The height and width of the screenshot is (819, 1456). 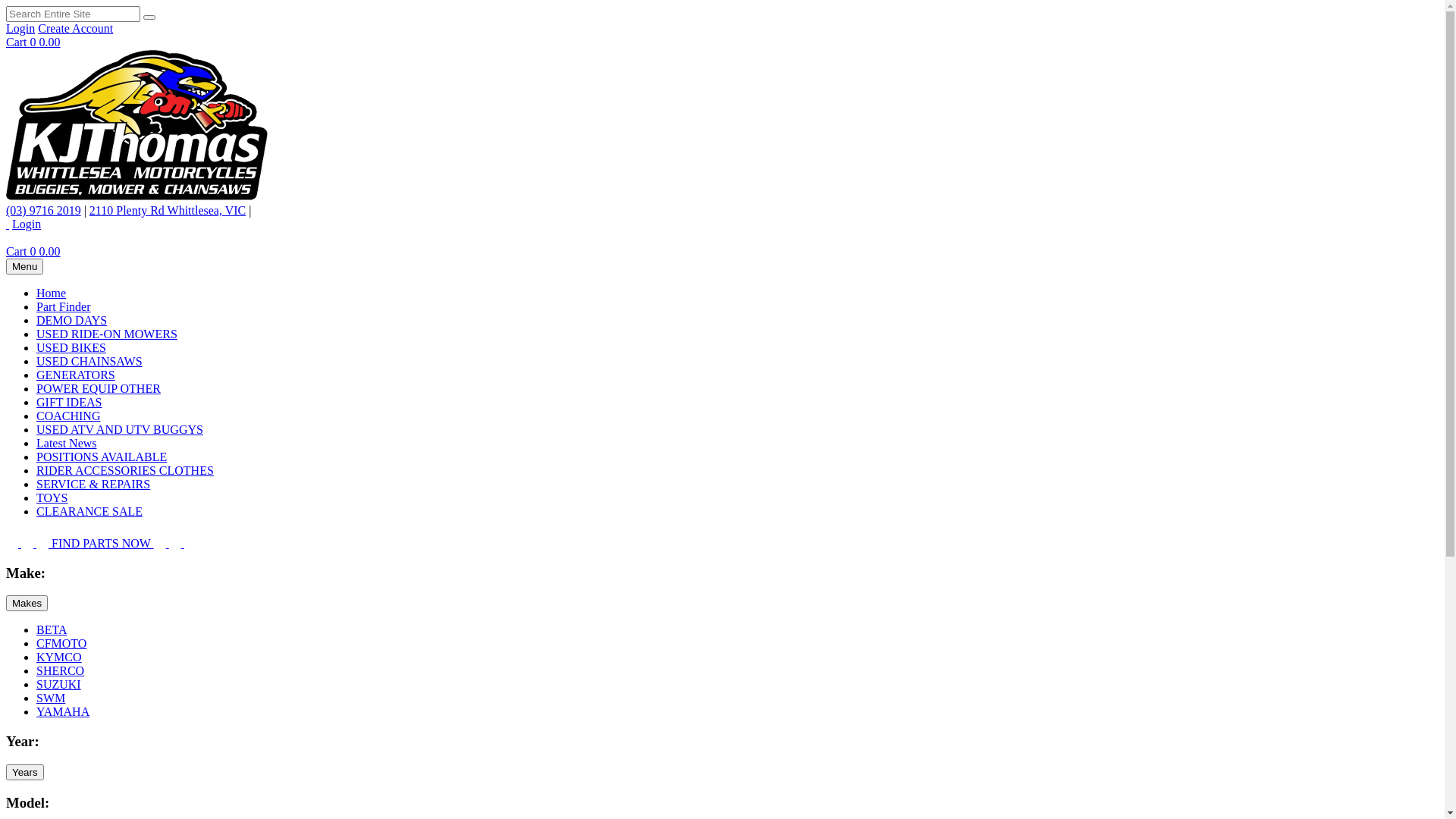 I want to click on '(03) 9716 2019', so click(x=6, y=210).